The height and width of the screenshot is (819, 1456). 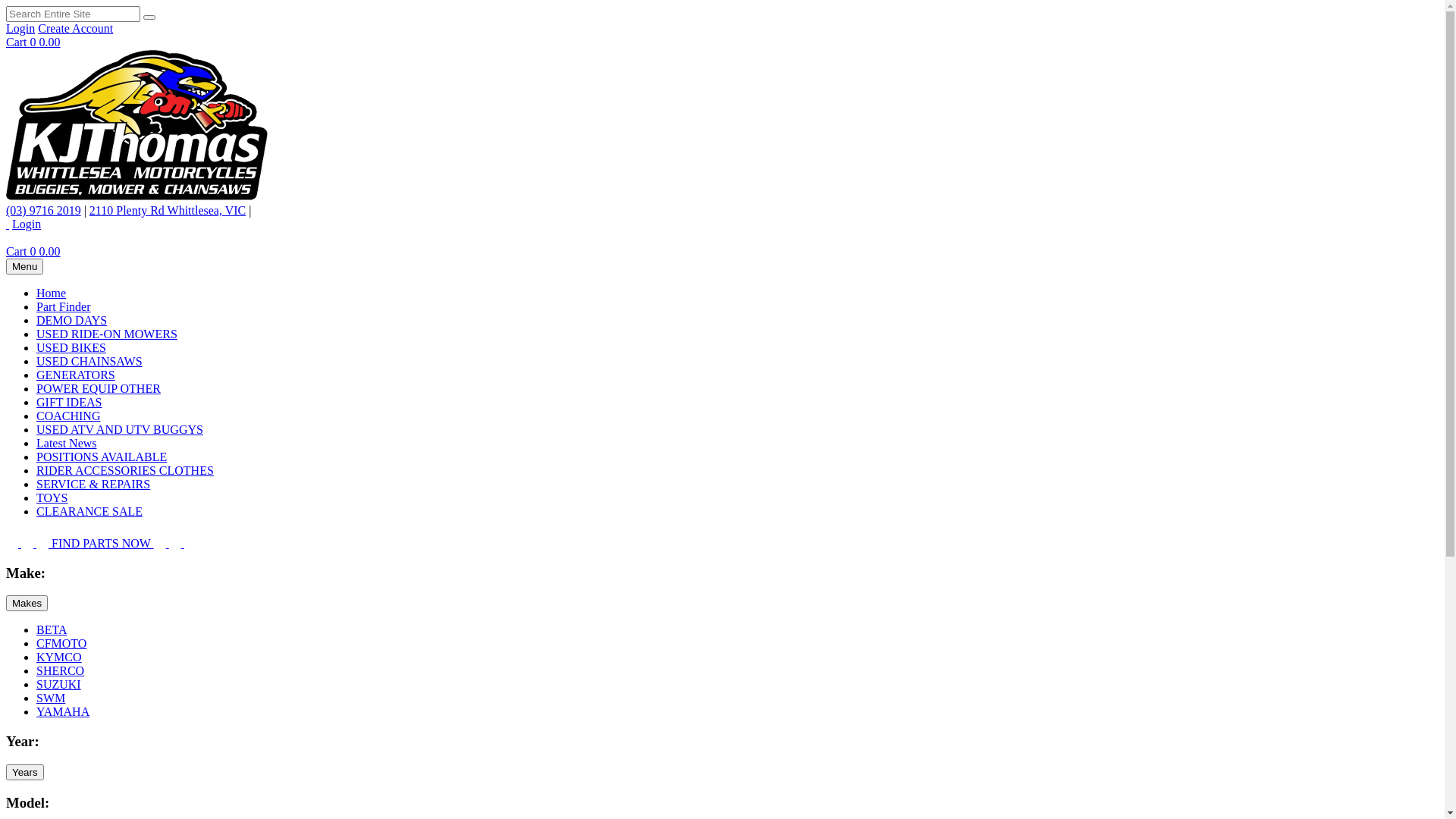 I want to click on '(03) 9716 2019', so click(x=6, y=210).